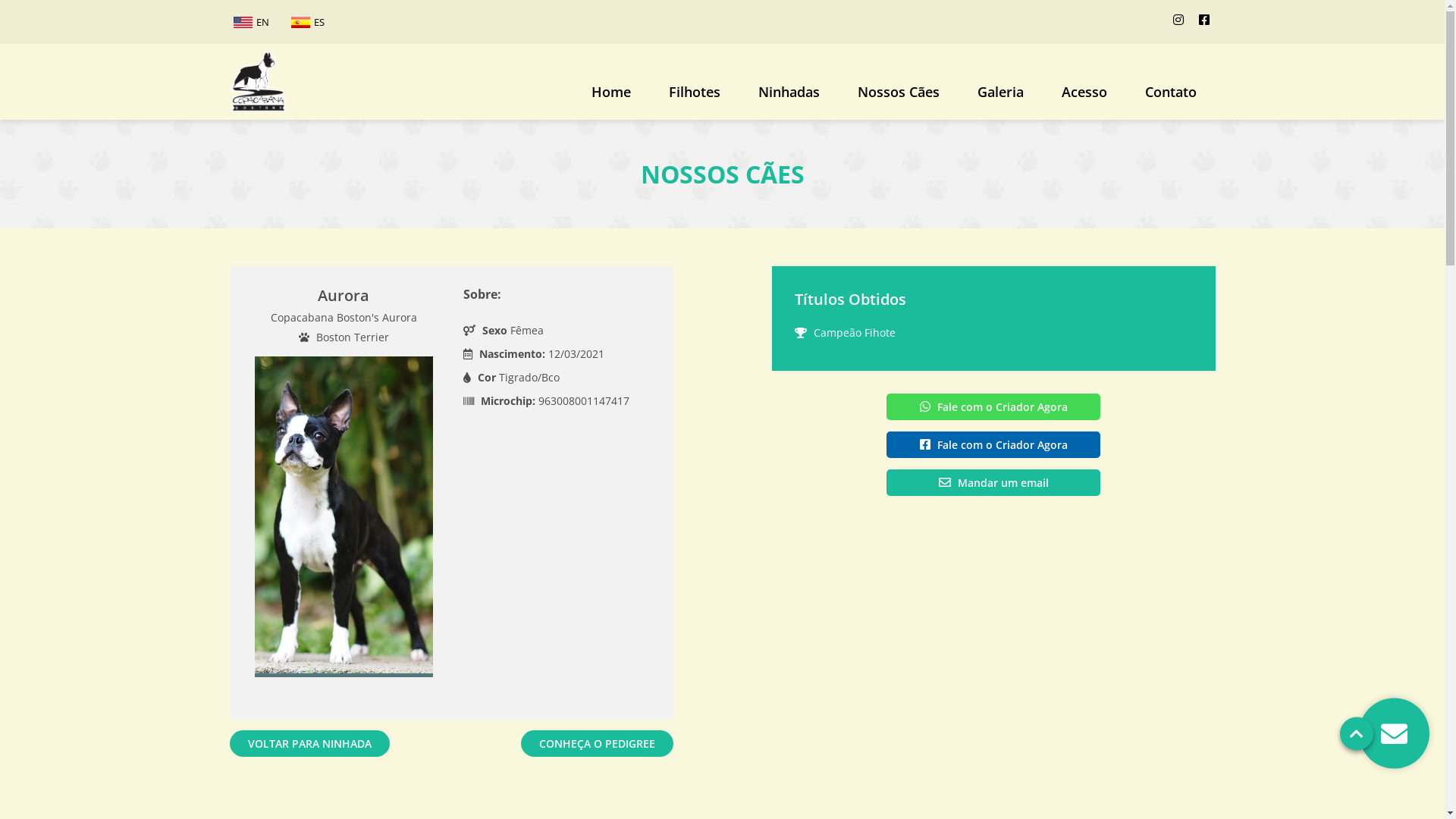 The height and width of the screenshot is (819, 1456). What do you see at coordinates (1177, 20) in the screenshot?
I see `'Instagram'` at bounding box center [1177, 20].